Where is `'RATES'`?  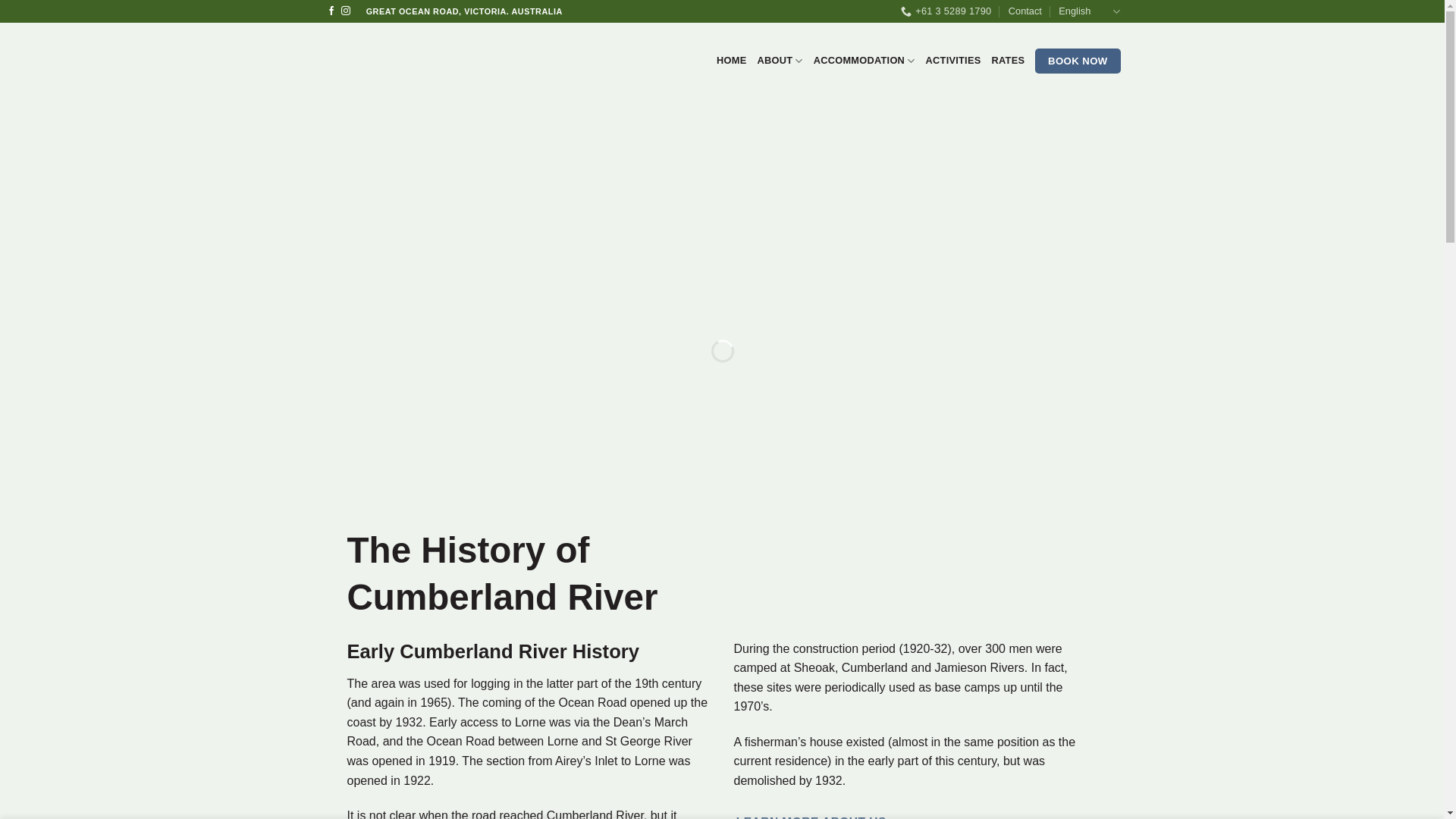
'RATES' is located at coordinates (1008, 60).